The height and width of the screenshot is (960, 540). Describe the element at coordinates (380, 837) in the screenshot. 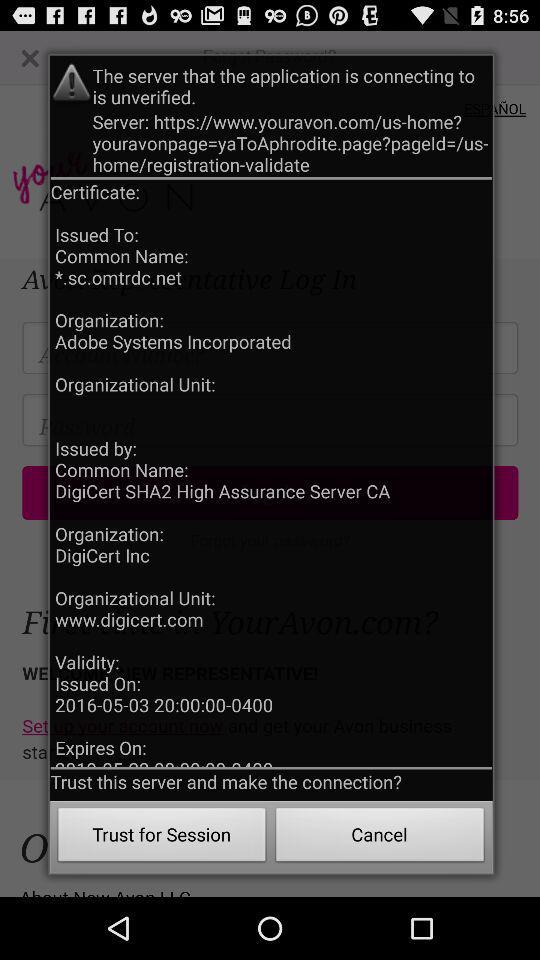

I see `item to the right of trust for session icon` at that location.